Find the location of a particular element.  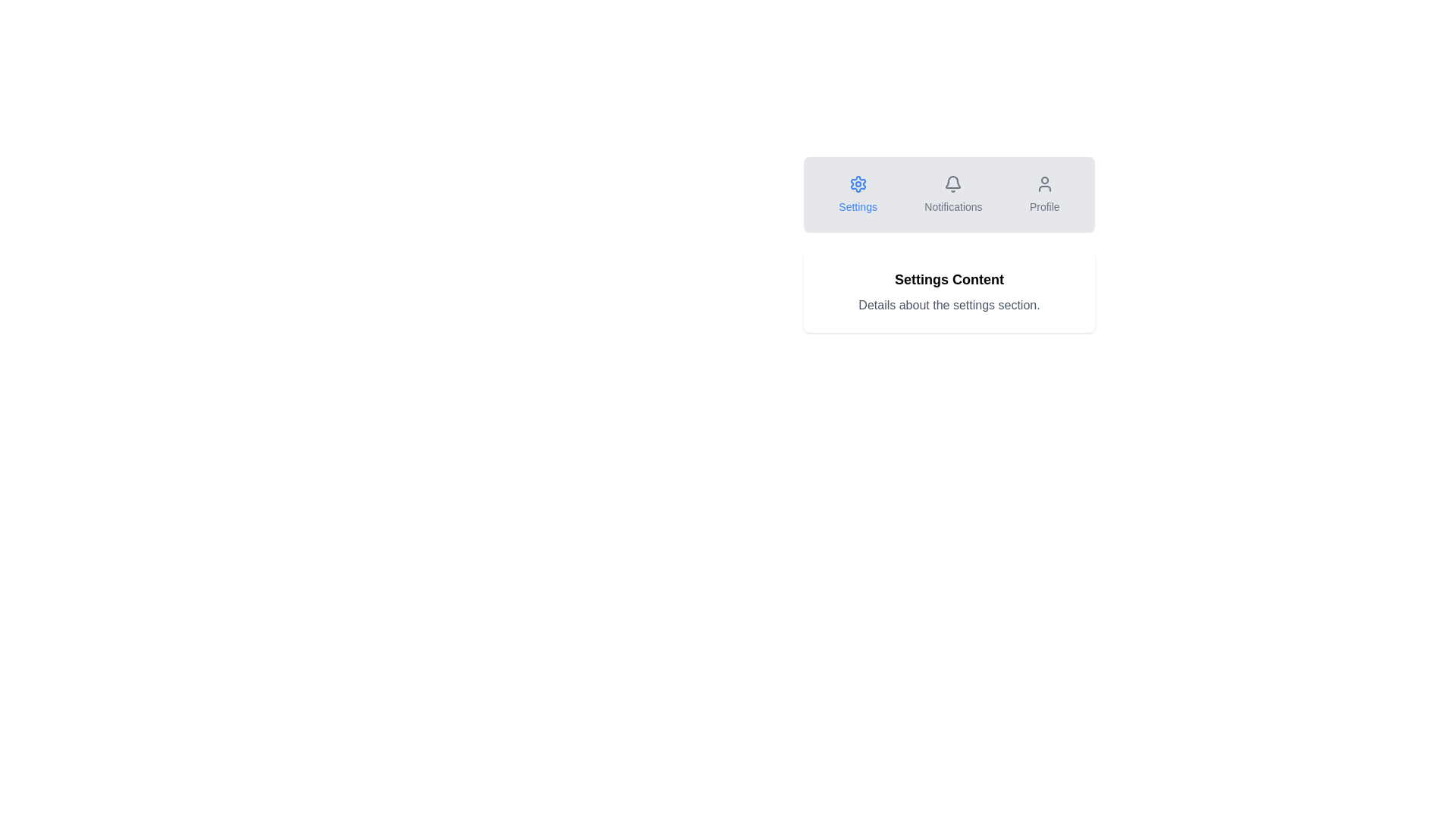

the Notifications button located in the central section of the row between 'Settings' and 'Profile' is located at coordinates (952, 194).